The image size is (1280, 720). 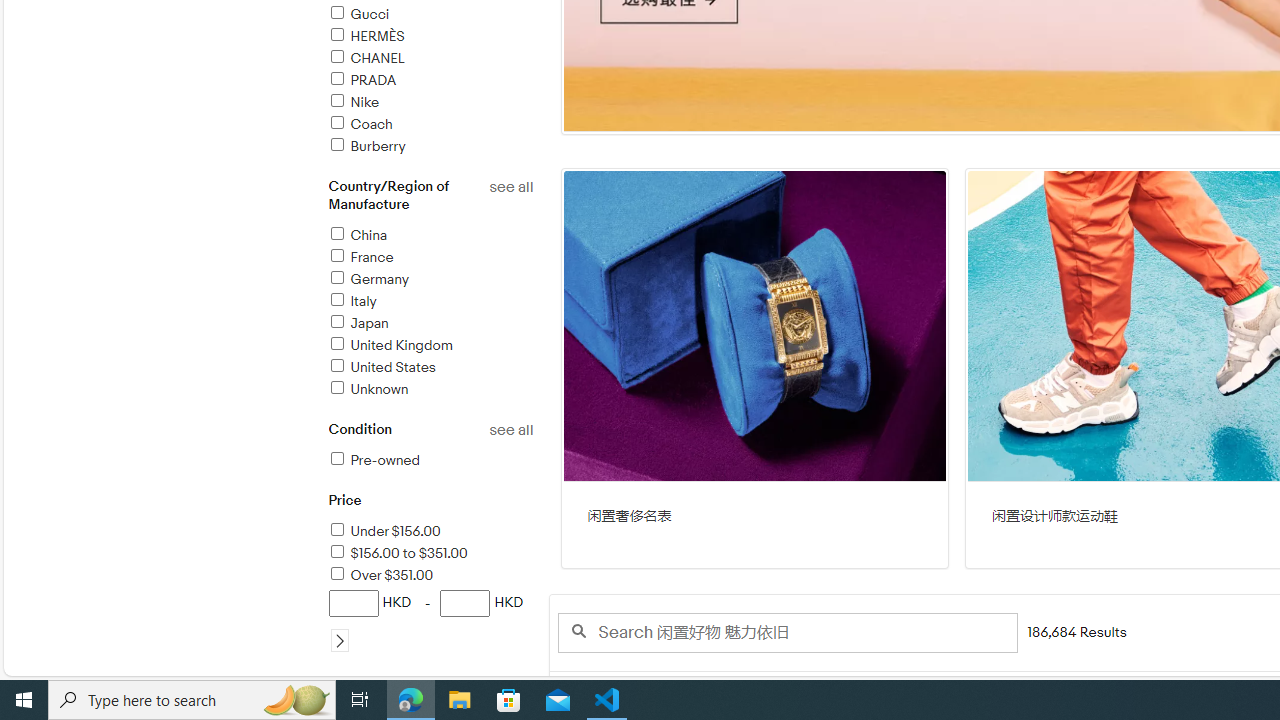 What do you see at coordinates (357, 322) in the screenshot?
I see `'Japan'` at bounding box center [357, 322].